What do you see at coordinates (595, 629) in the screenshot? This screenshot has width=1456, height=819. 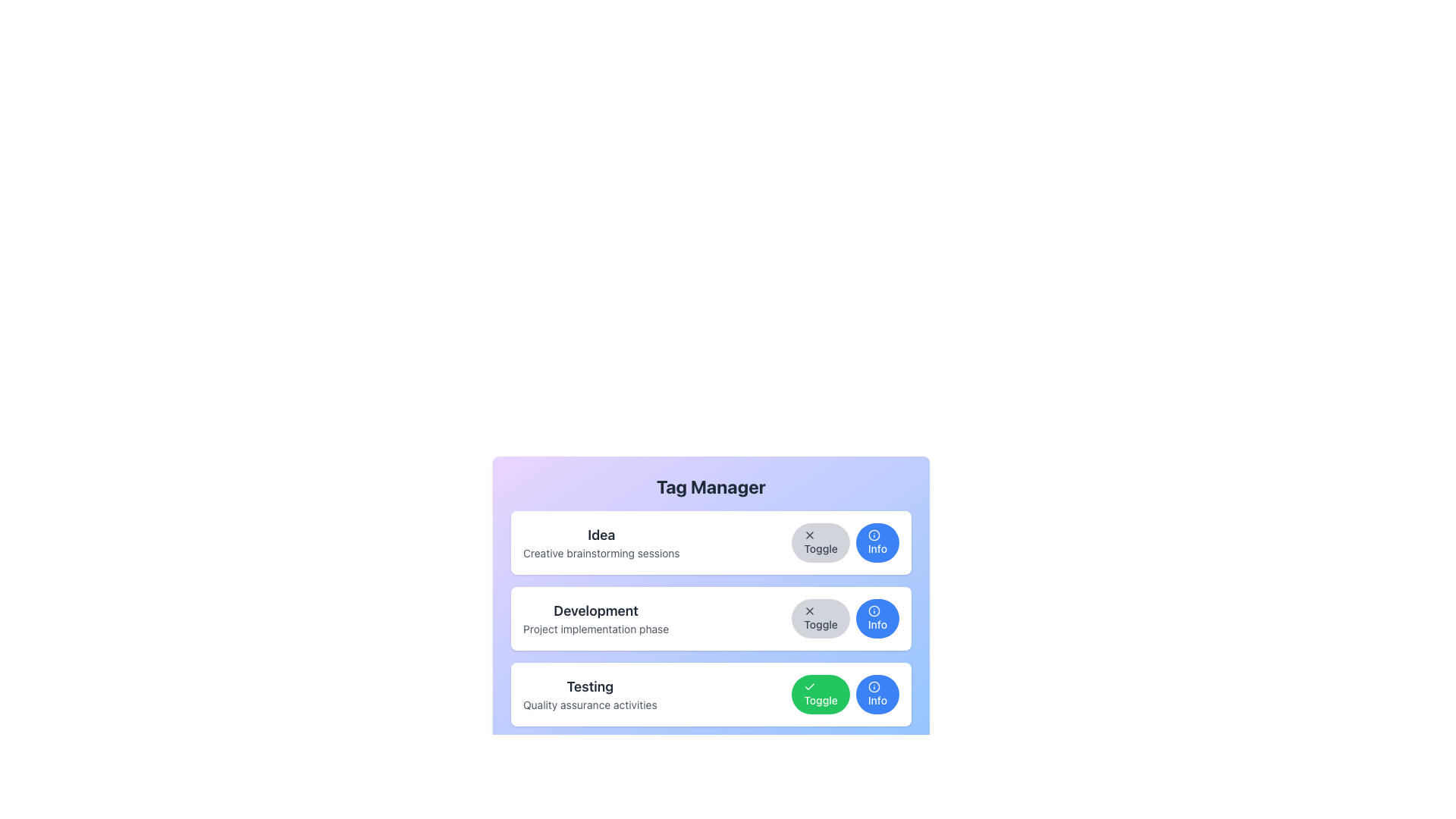 I see `the static text label that reads 'Project implementation phase', which is located below the 'Development' heading in the second card of a vertically stacked list` at bounding box center [595, 629].